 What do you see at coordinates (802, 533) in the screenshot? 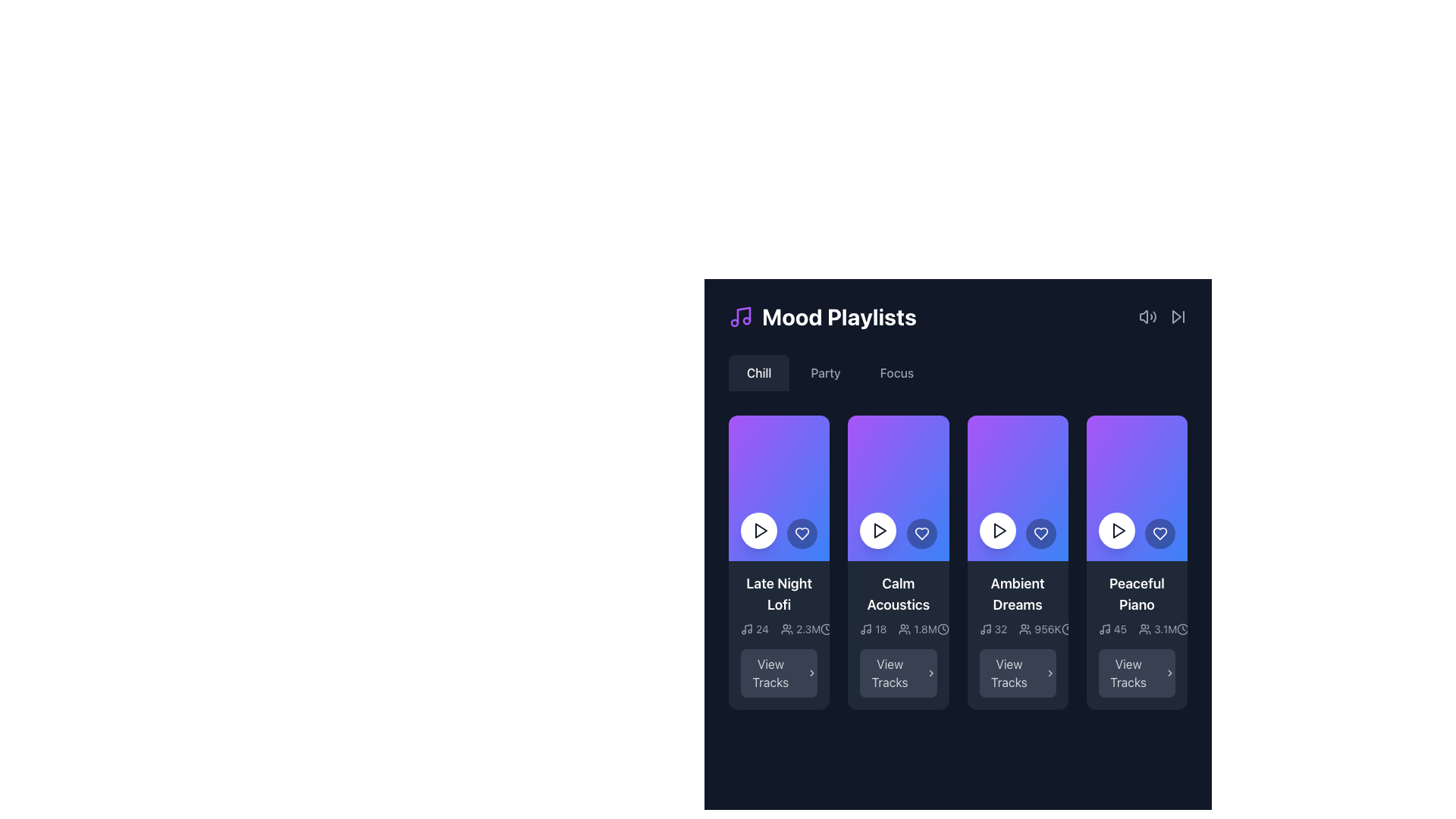
I see `the circular button with a heart-shaped icon located at the bottom right corner of the 'Late Night Lofi' playlist card to mark it as favorite` at bounding box center [802, 533].